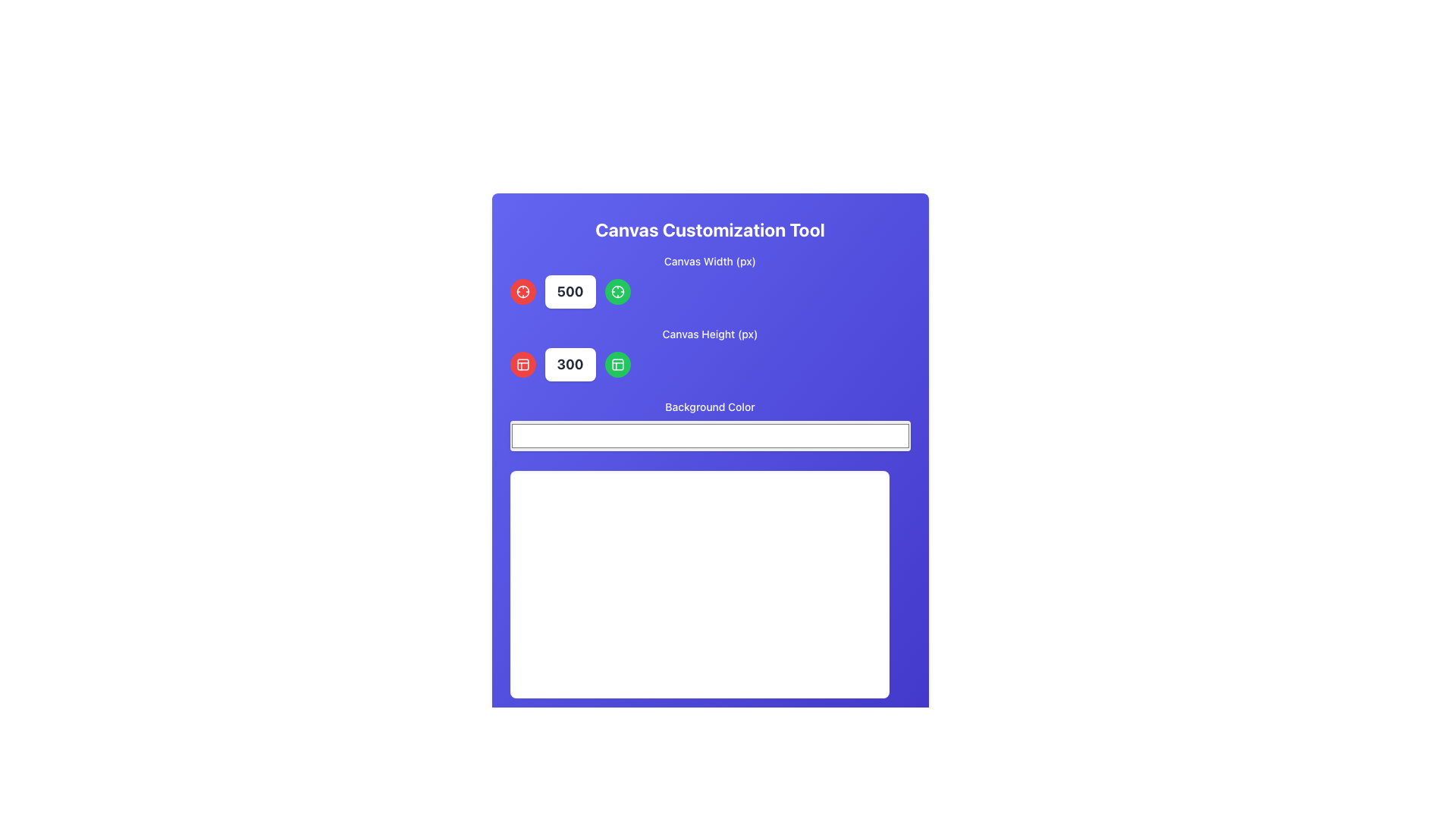  I want to click on the Text Display Box that shows the value '500' in bold black text, located in the 'Canvas Width (px)' field group, centered between a red icon on the left and a green icon on the right, so click(570, 292).